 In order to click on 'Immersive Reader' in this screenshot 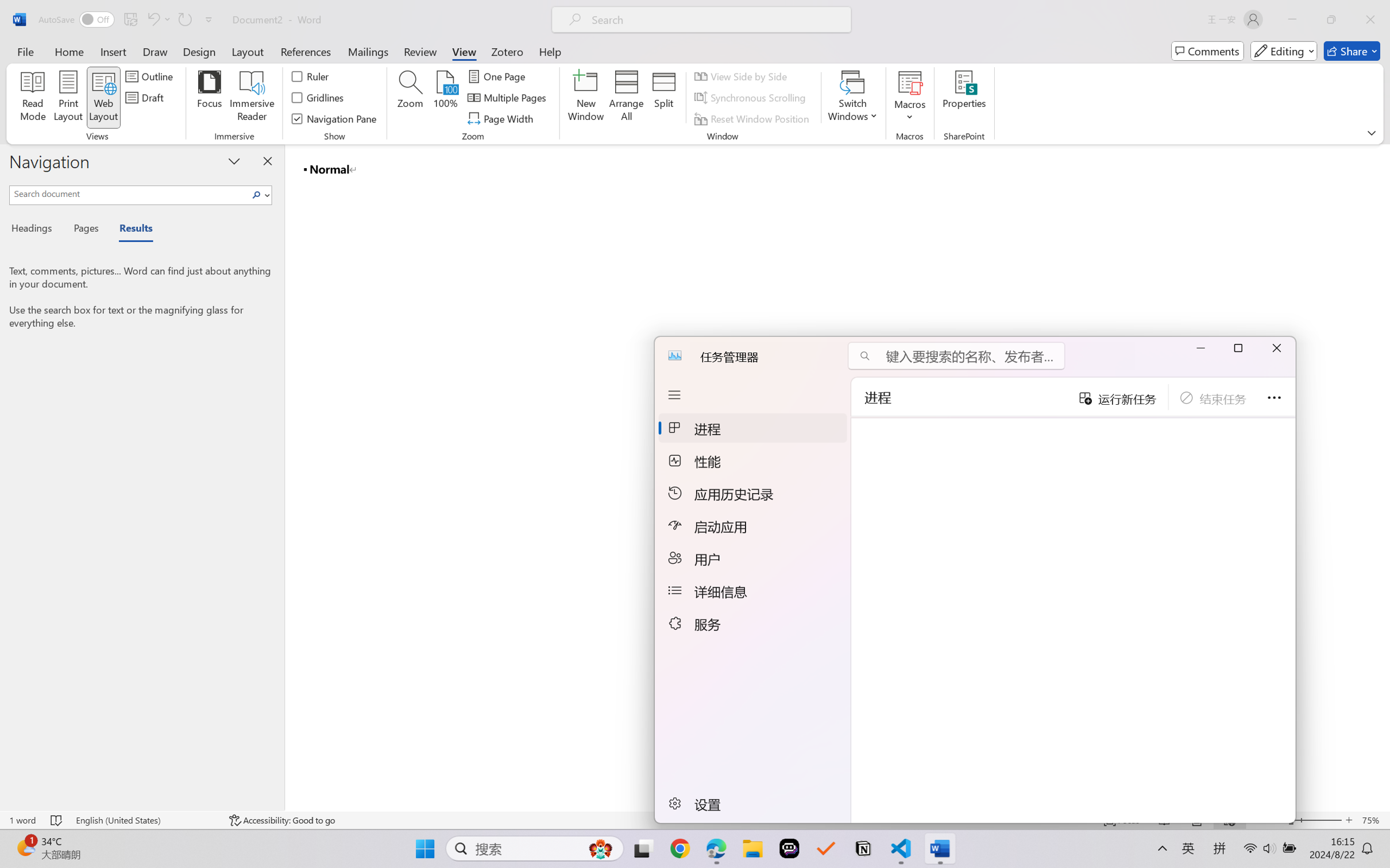, I will do `click(252, 98)`.